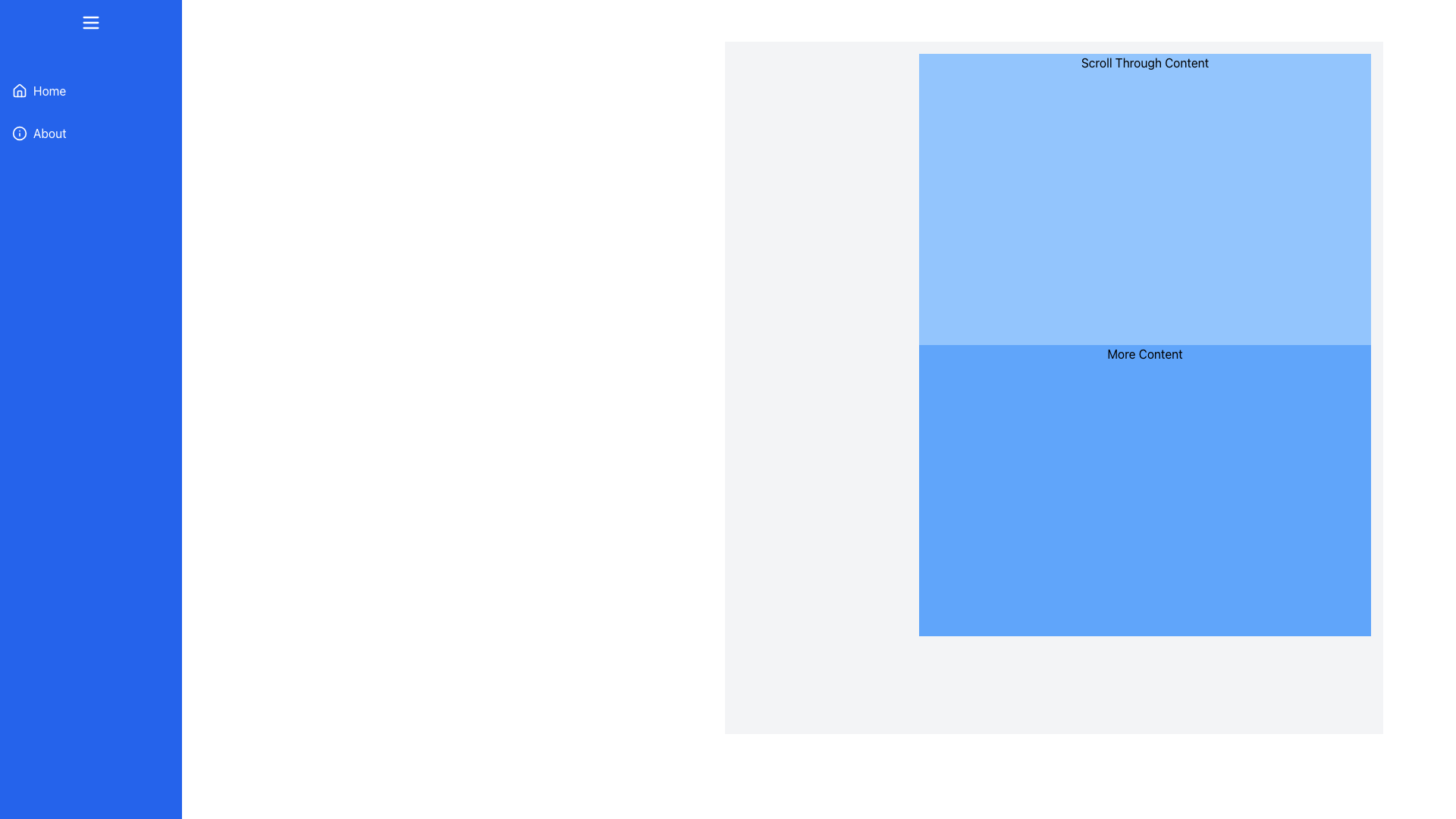  I want to click on the 'Home' icon located in the vertical navigation menu to recognize its association with the 'Home' text, so click(19, 90).